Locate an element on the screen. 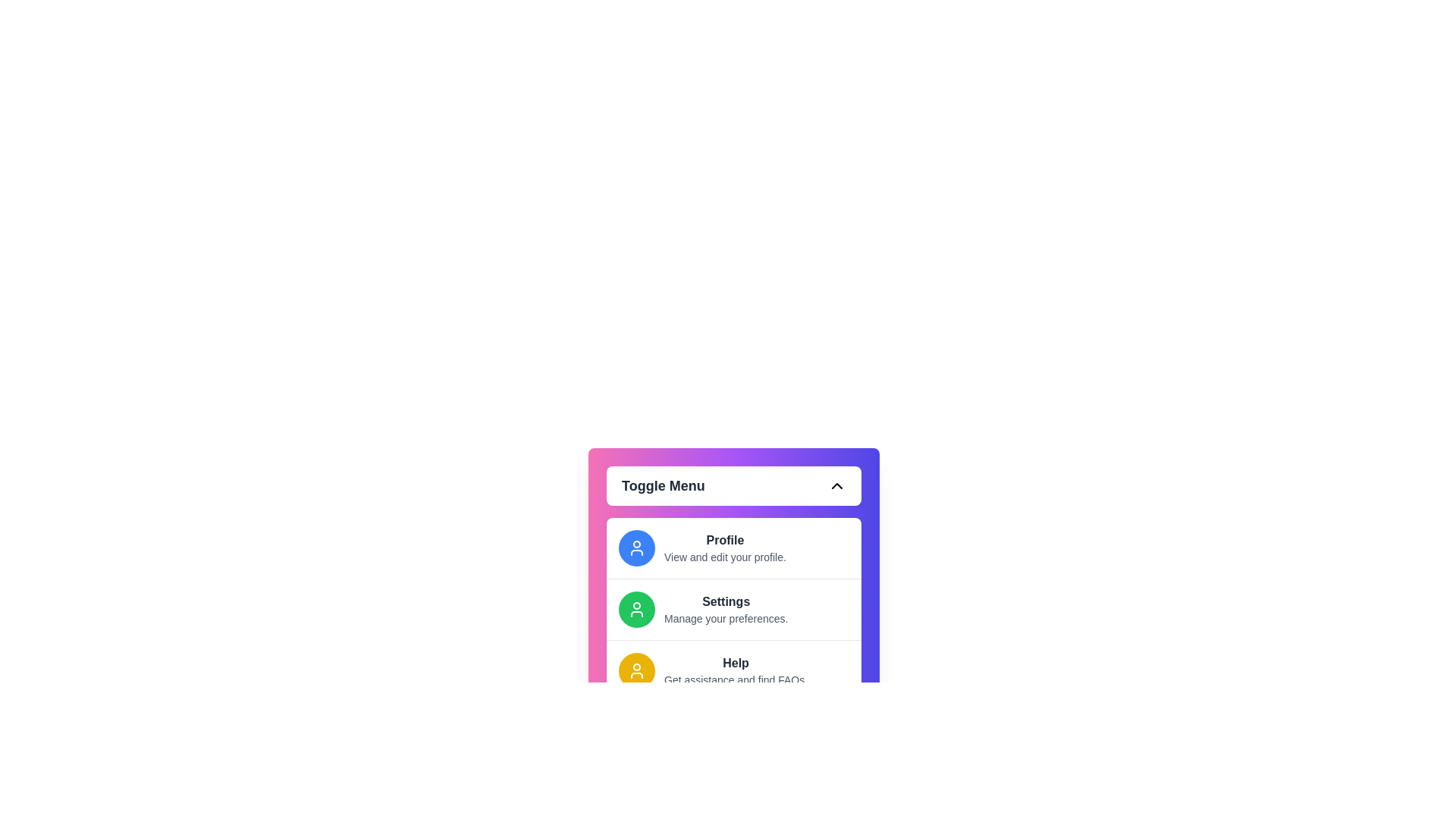 The width and height of the screenshot is (1456, 819). the 'Settings' item in the menu is located at coordinates (734, 607).